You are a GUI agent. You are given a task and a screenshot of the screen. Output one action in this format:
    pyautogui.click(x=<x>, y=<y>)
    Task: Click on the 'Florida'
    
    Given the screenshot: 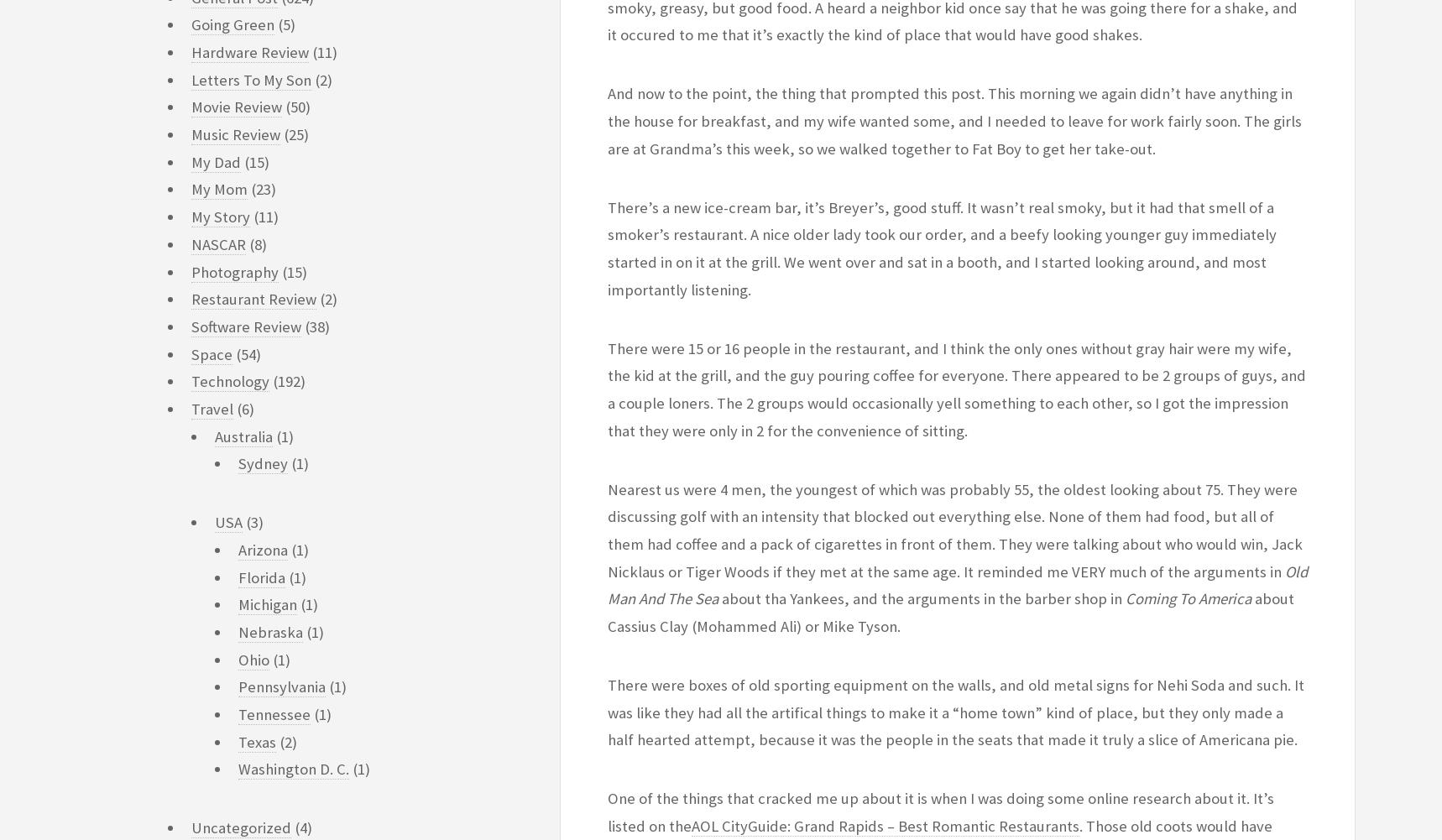 What is the action you would take?
    pyautogui.click(x=261, y=576)
    